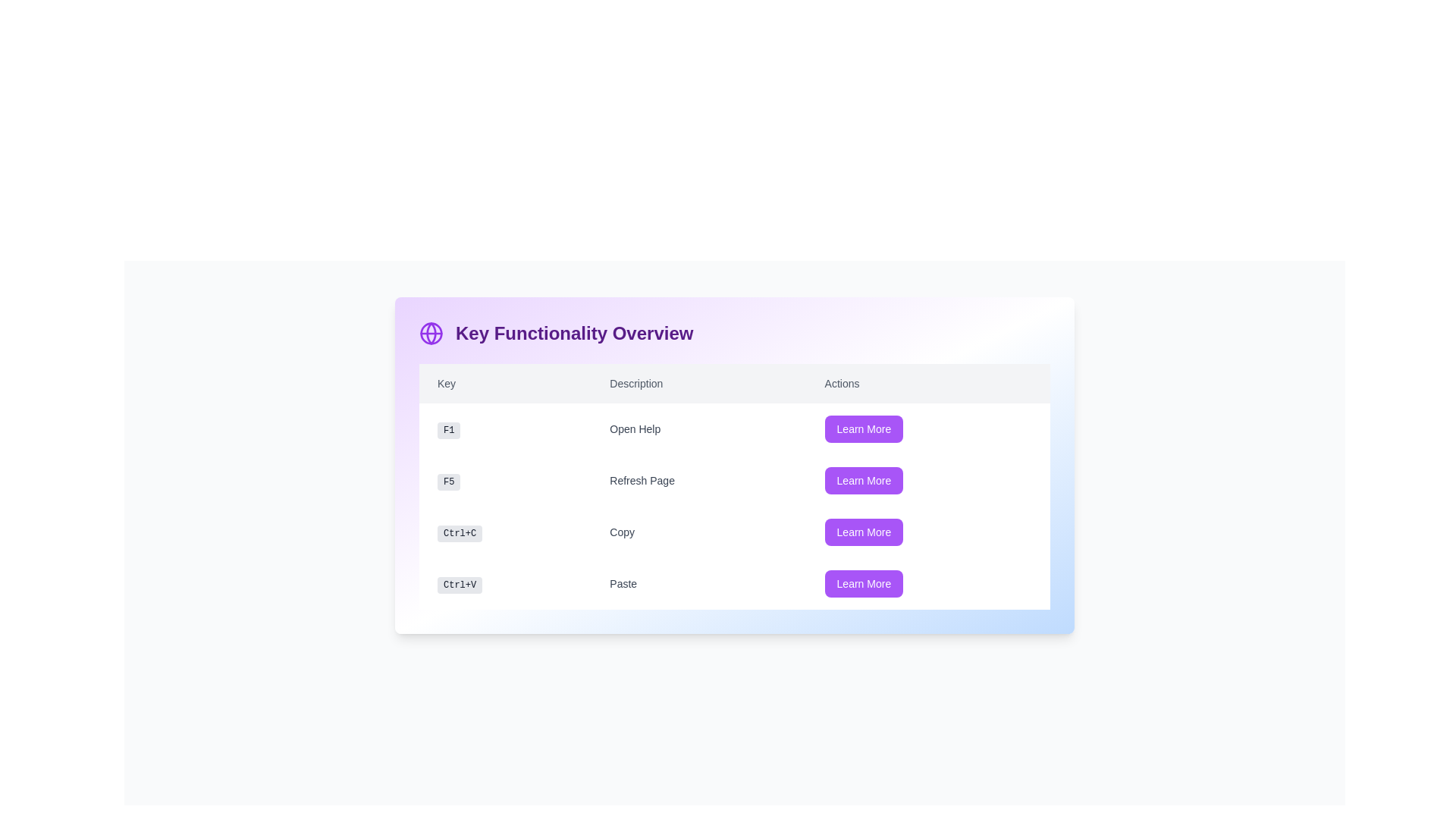  What do you see at coordinates (431, 332) in the screenshot?
I see `the SVG circle graphic with a purple stroke color located in the top-left corner of the card header` at bounding box center [431, 332].